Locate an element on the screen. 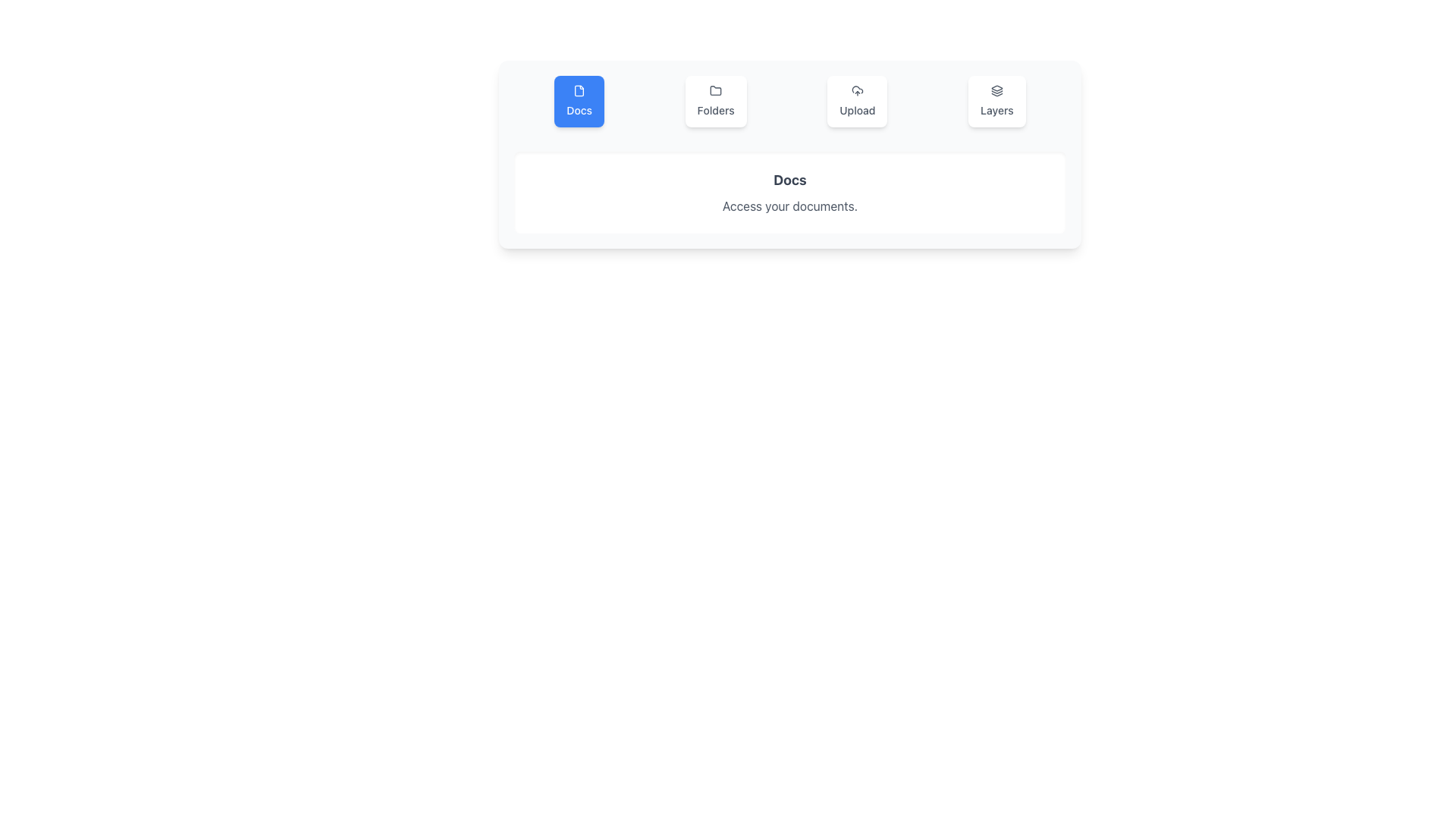 Image resolution: width=1456 pixels, height=819 pixels. the 'Folders' icon located in the toolbar is located at coordinates (715, 90).